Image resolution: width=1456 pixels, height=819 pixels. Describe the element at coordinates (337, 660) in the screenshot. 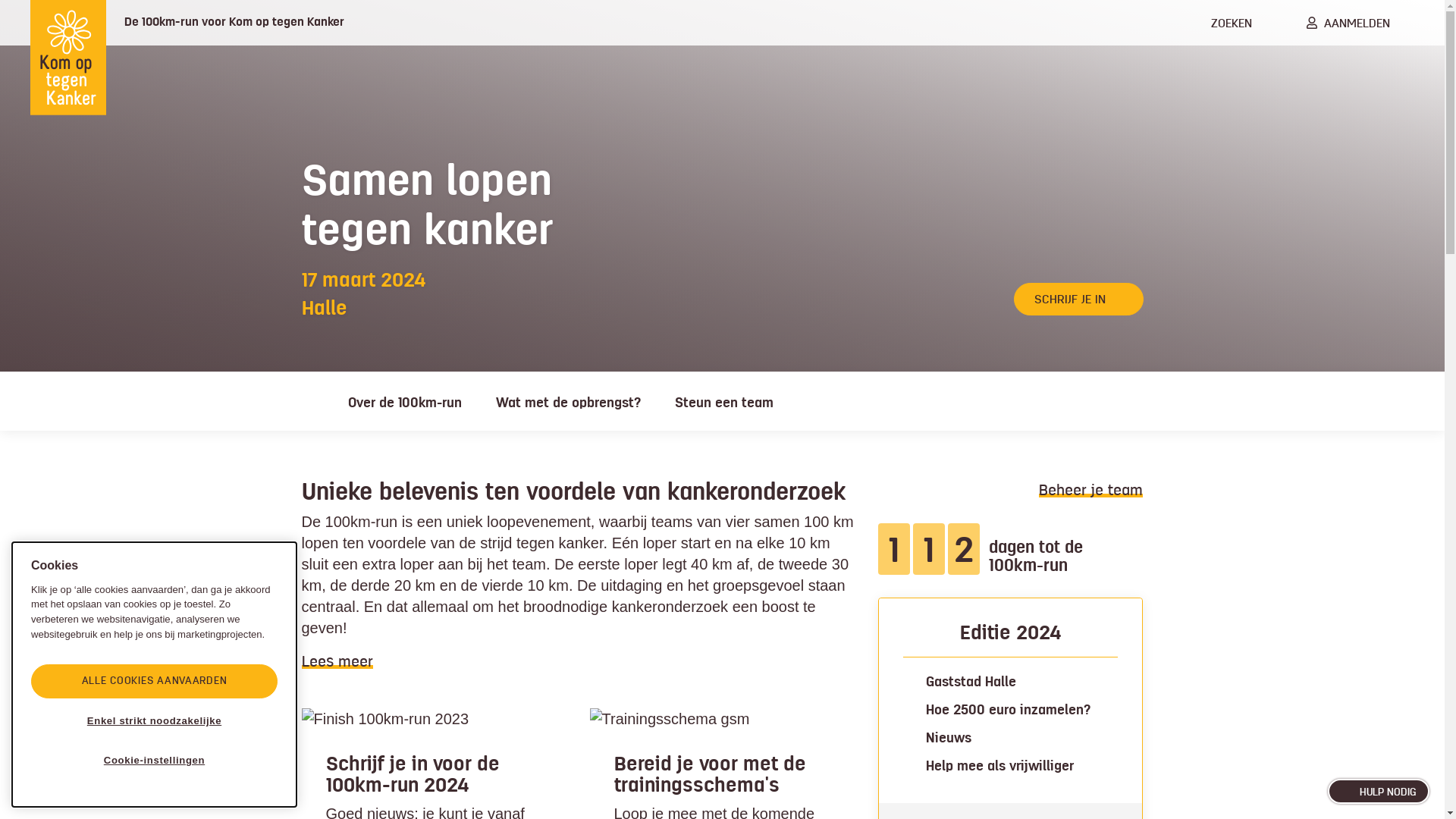

I see `'Lees meer'` at that location.